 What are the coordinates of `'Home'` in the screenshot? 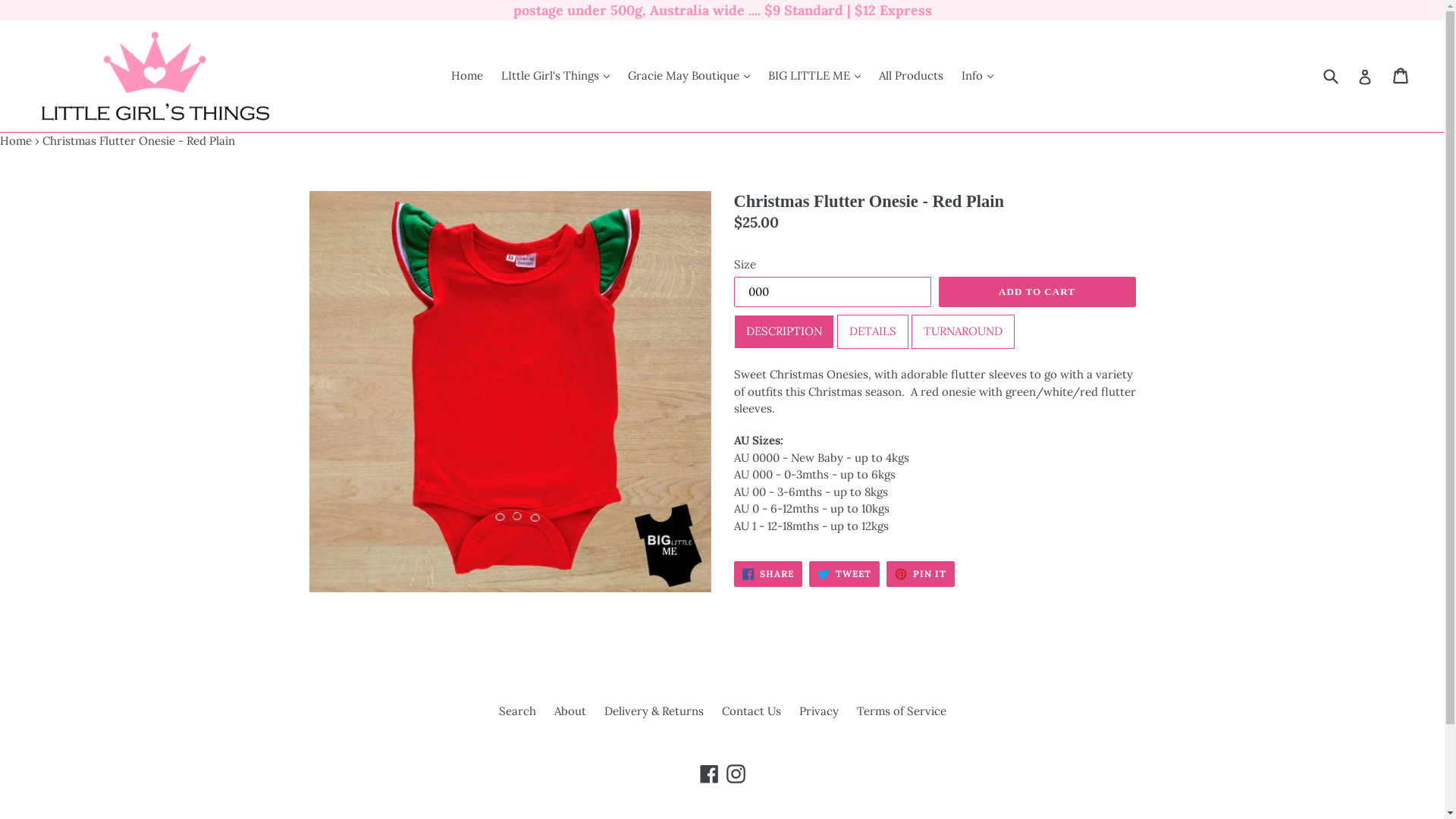 It's located at (443, 76).